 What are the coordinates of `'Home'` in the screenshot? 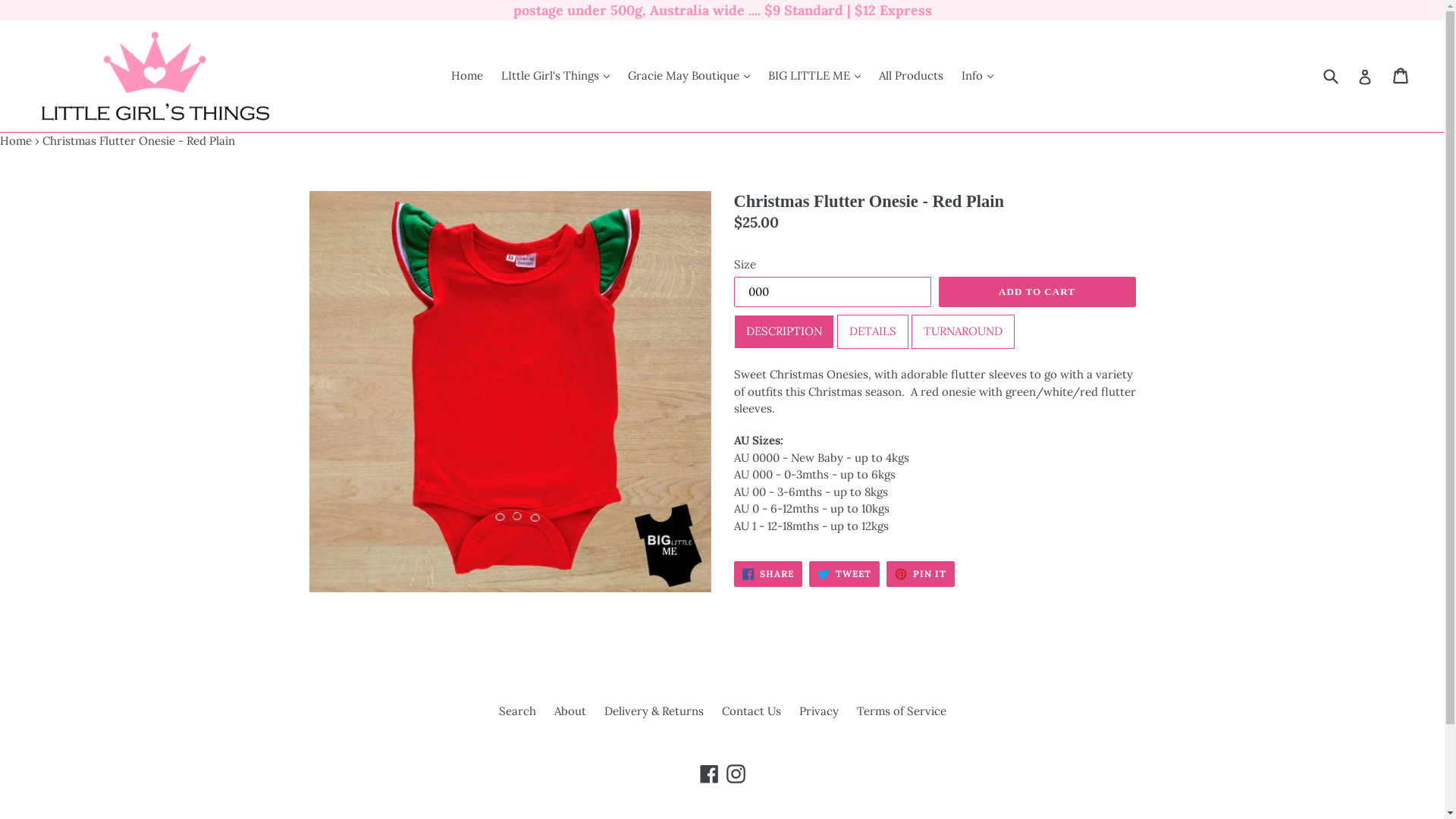 It's located at (443, 76).